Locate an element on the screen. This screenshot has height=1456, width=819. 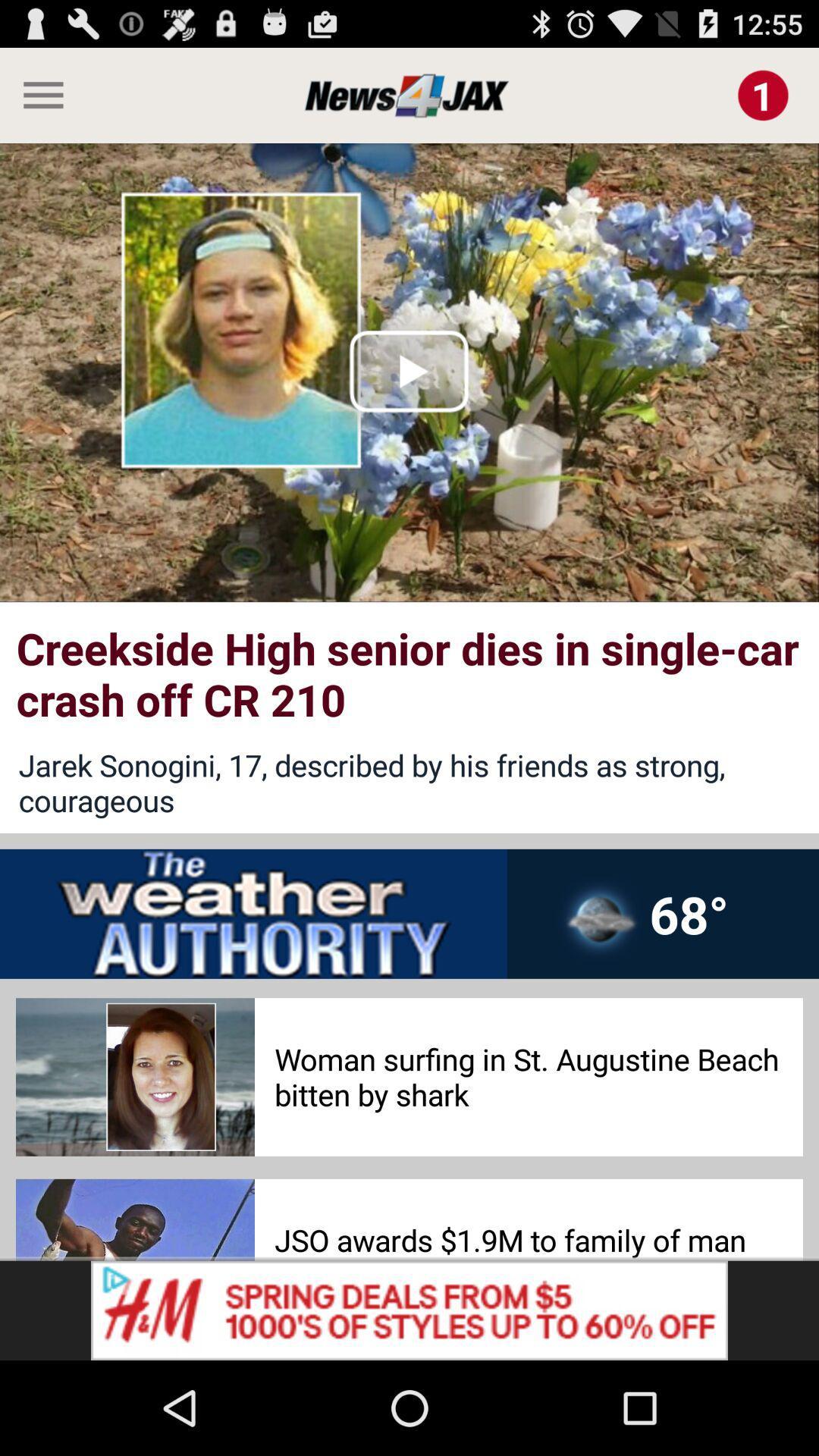
open notification is located at coordinates (763, 94).